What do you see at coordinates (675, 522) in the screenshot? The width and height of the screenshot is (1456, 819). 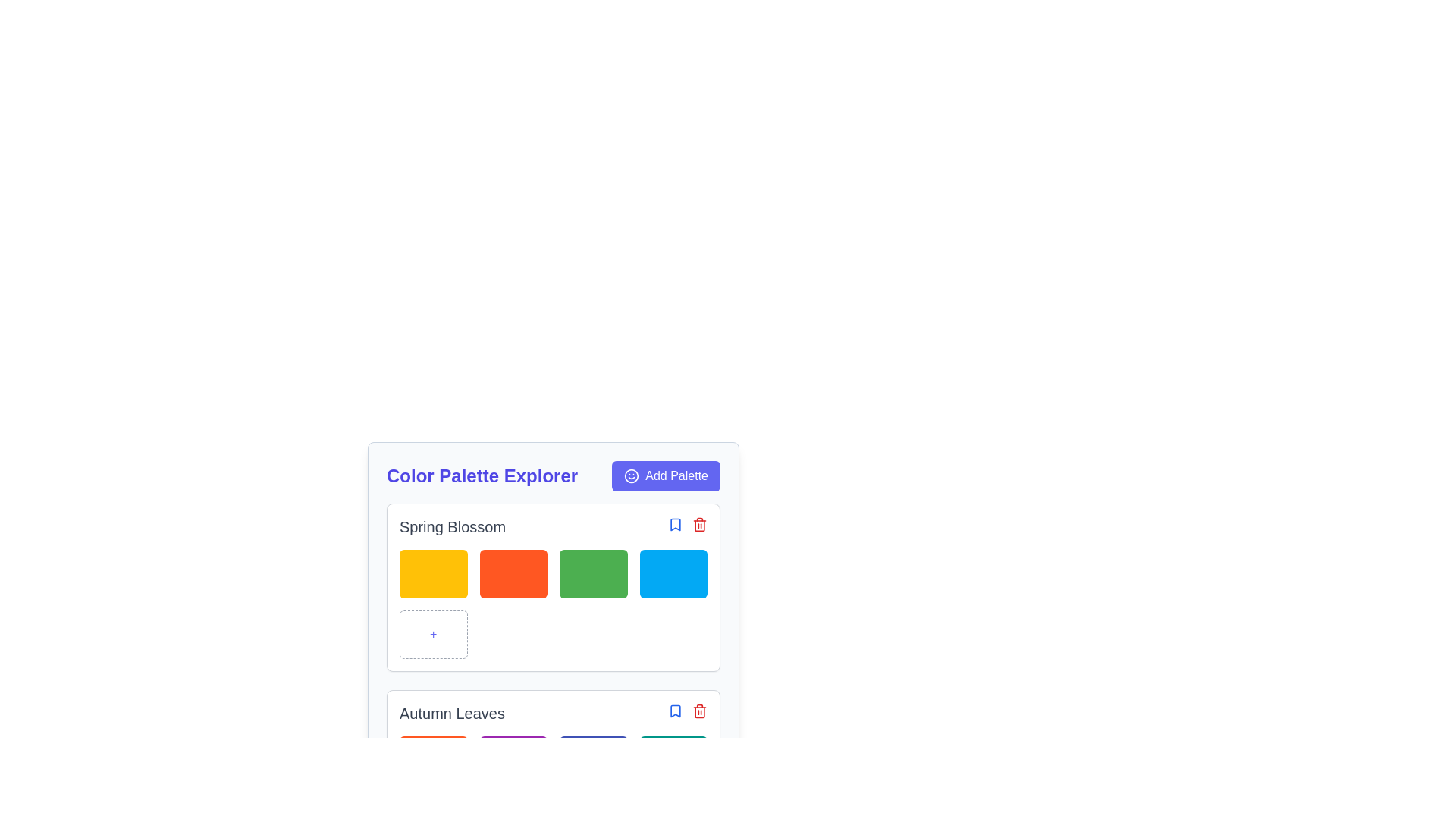 I see `the icon button located within the 'Spring Blossom' palette, positioned to the left of the red delete icon` at bounding box center [675, 522].